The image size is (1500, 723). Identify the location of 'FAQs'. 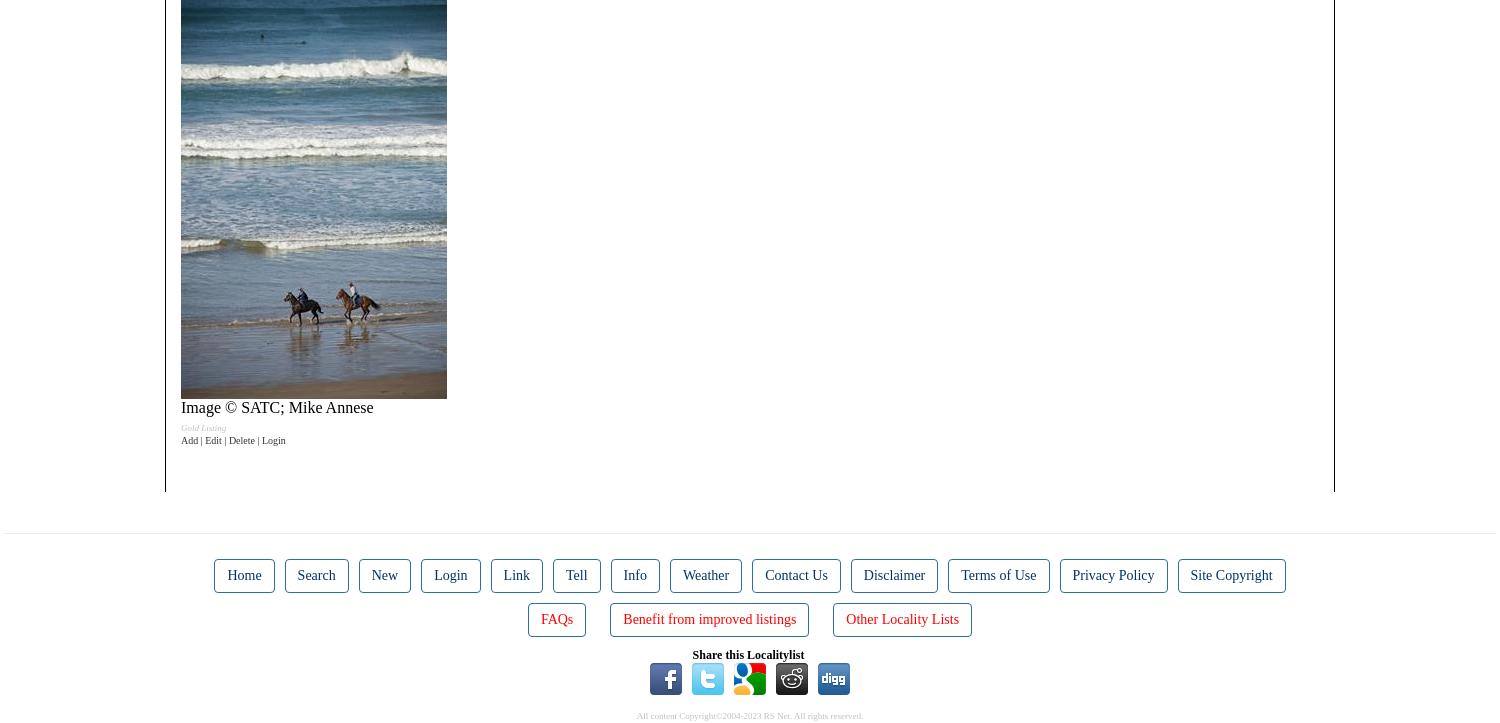
(556, 619).